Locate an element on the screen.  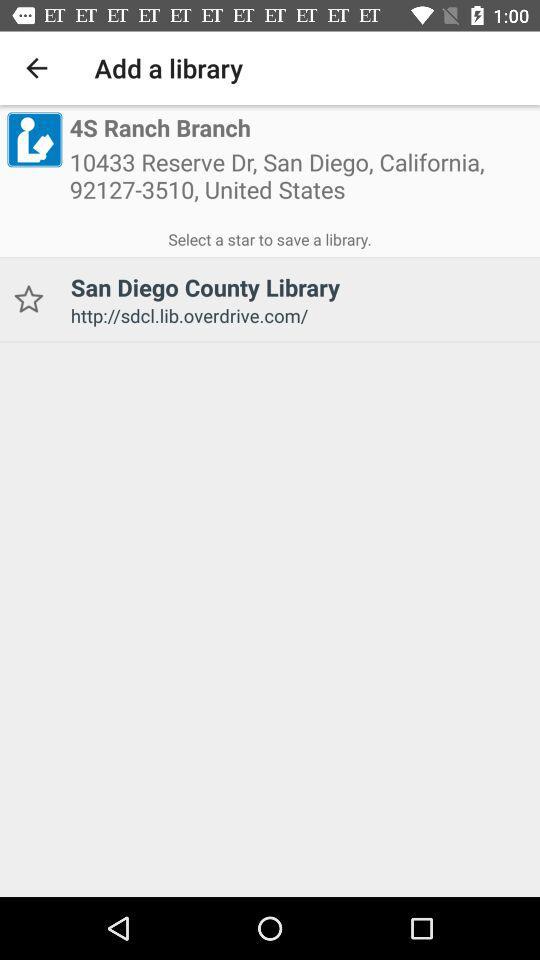
bookmark san diego library is located at coordinates (27, 298).